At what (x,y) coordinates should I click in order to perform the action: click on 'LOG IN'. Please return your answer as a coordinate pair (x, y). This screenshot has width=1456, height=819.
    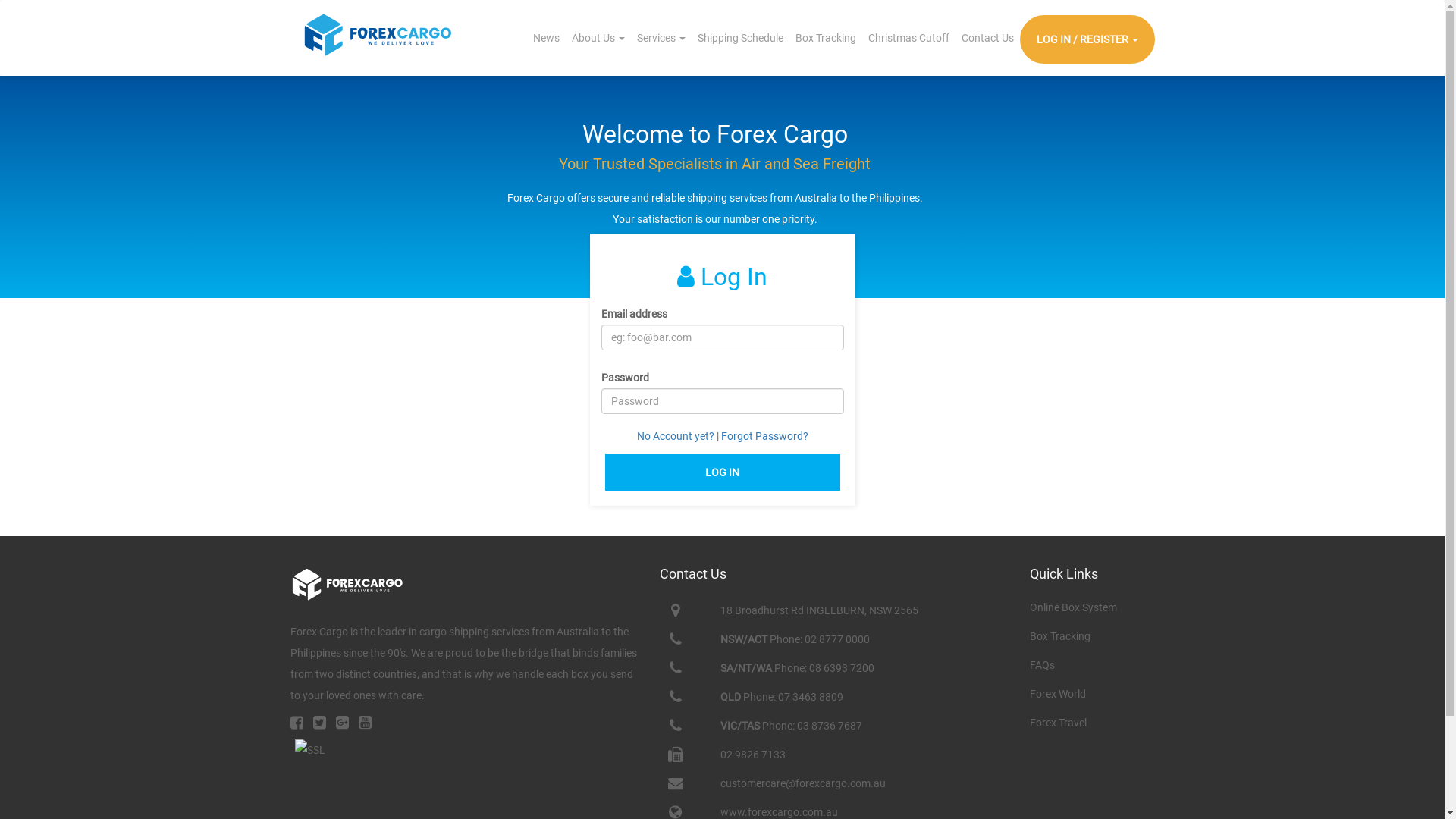
    Looking at the image, I should click on (722, 472).